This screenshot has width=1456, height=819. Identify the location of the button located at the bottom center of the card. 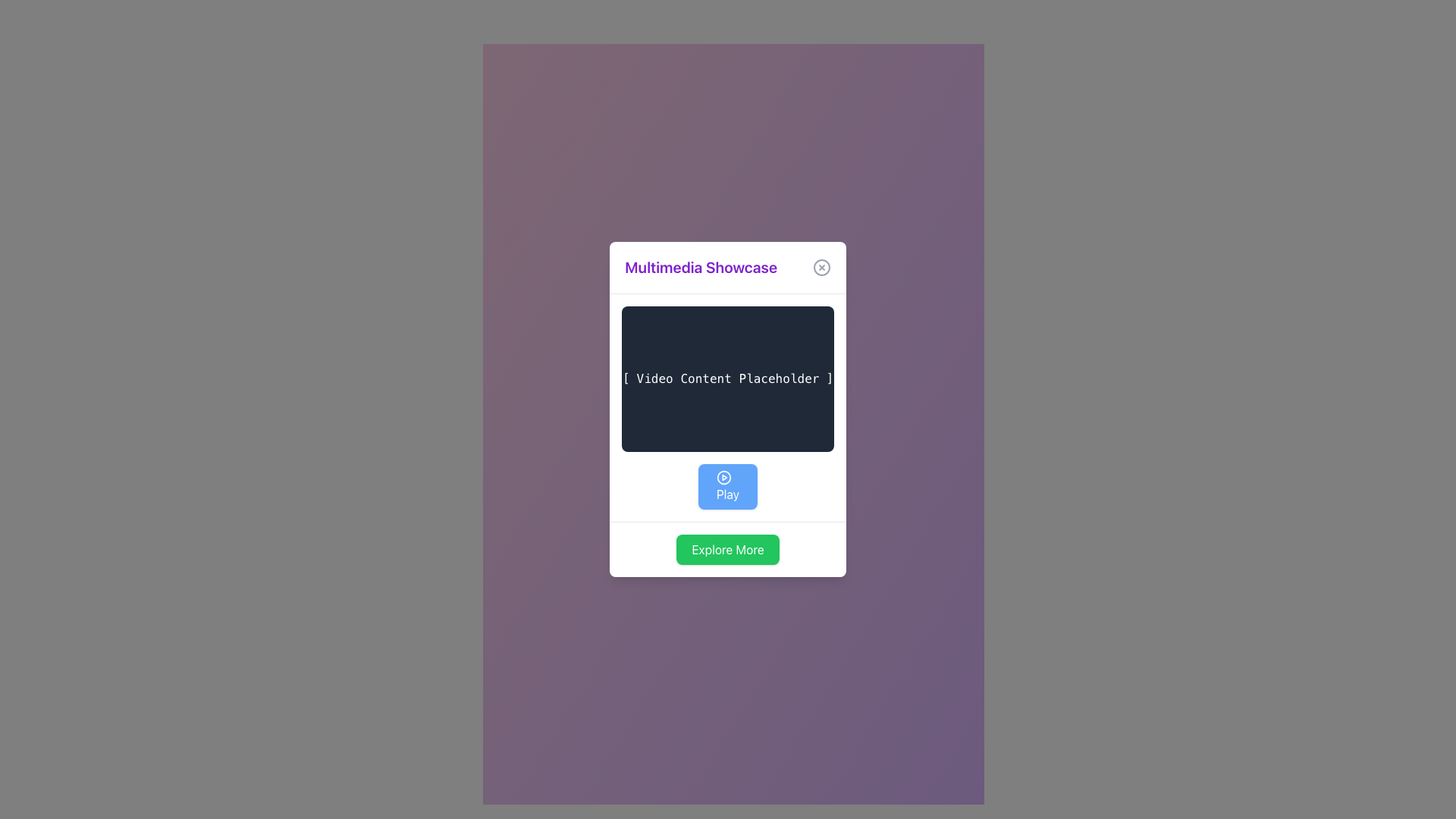
(728, 550).